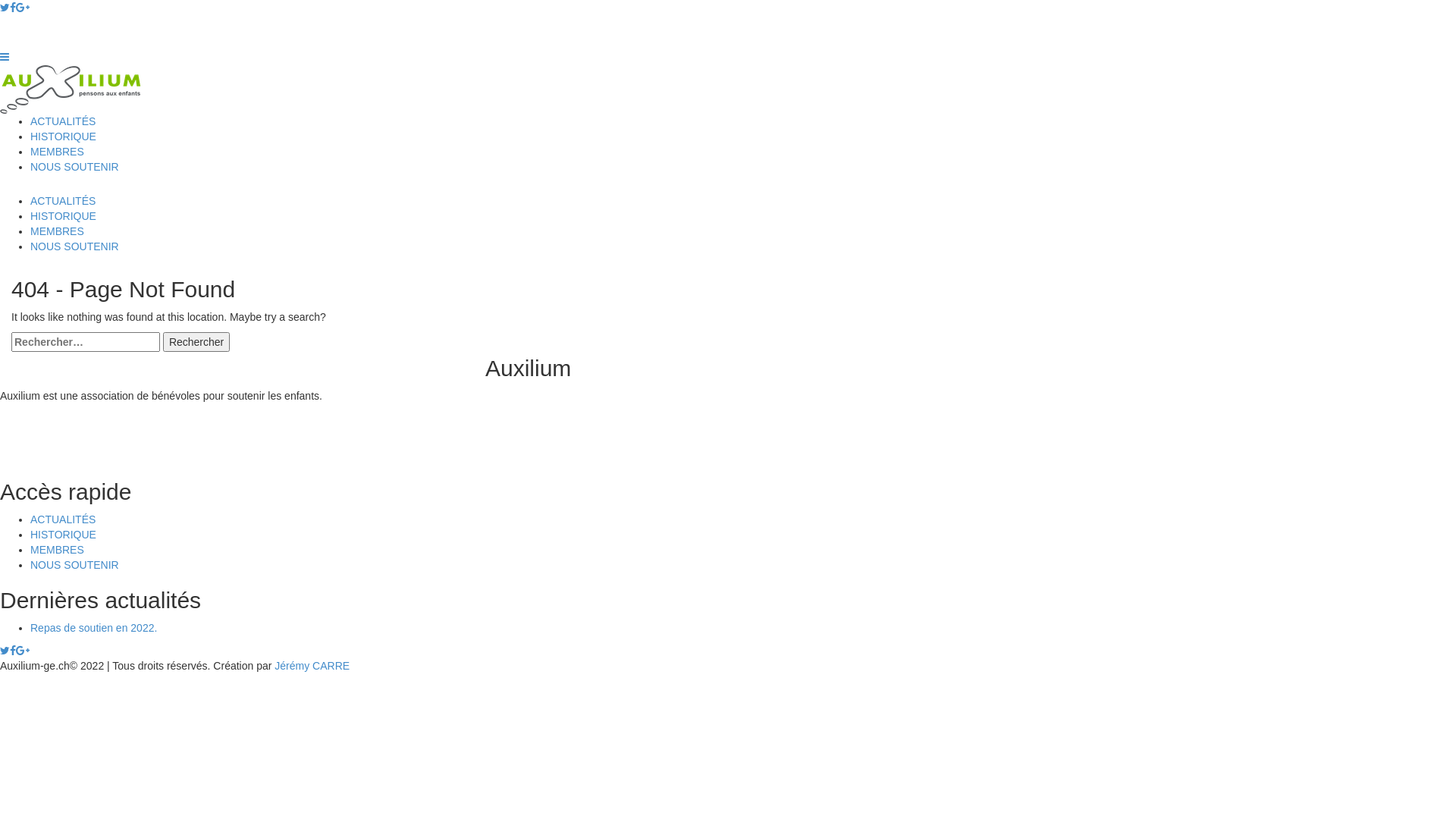  Describe the element at coordinates (62, 136) in the screenshot. I see `'HISTORIQUE'` at that location.